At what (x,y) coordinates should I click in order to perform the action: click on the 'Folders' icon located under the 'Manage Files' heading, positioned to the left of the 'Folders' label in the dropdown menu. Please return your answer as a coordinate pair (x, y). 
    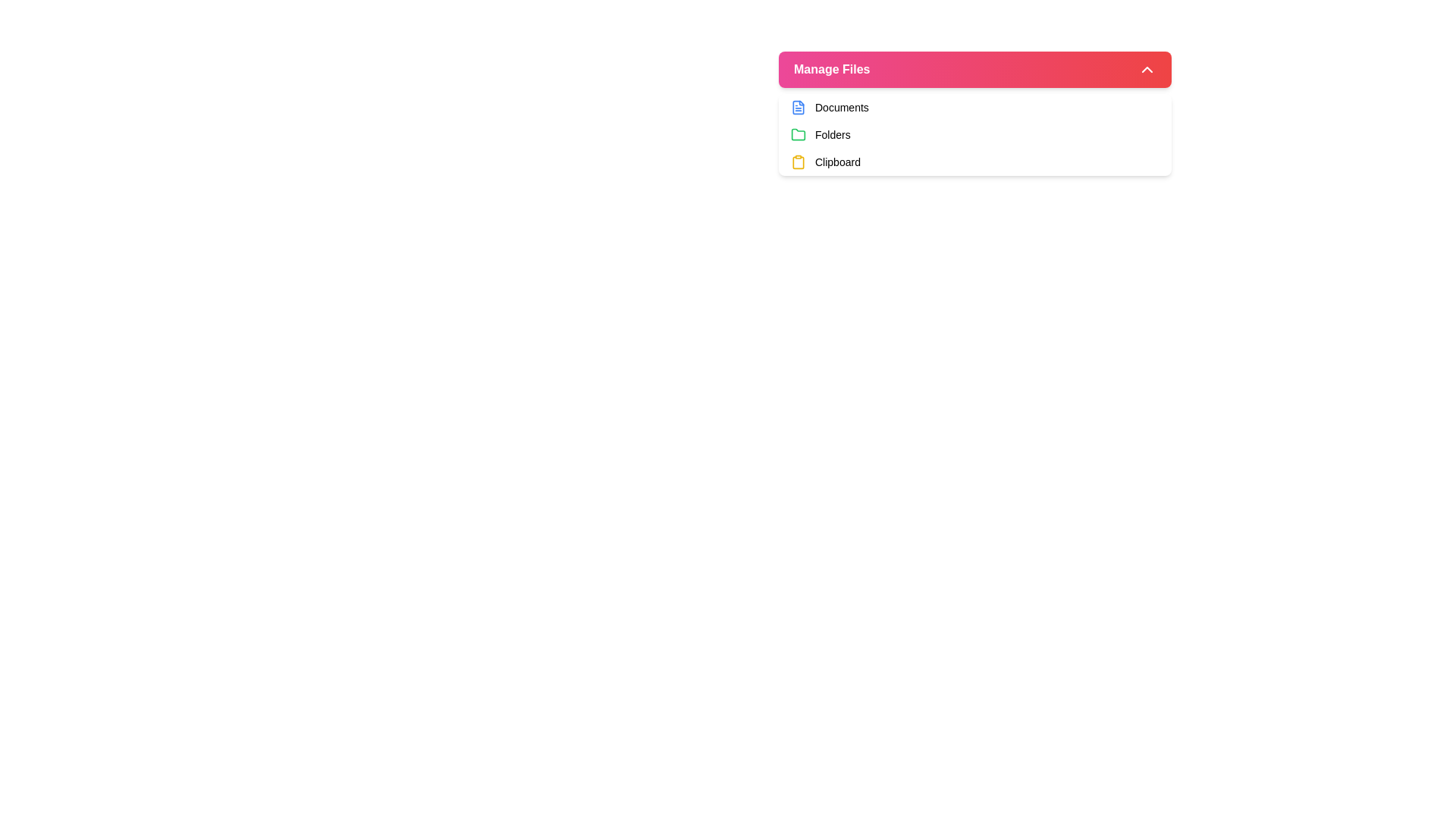
    Looking at the image, I should click on (797, 133).